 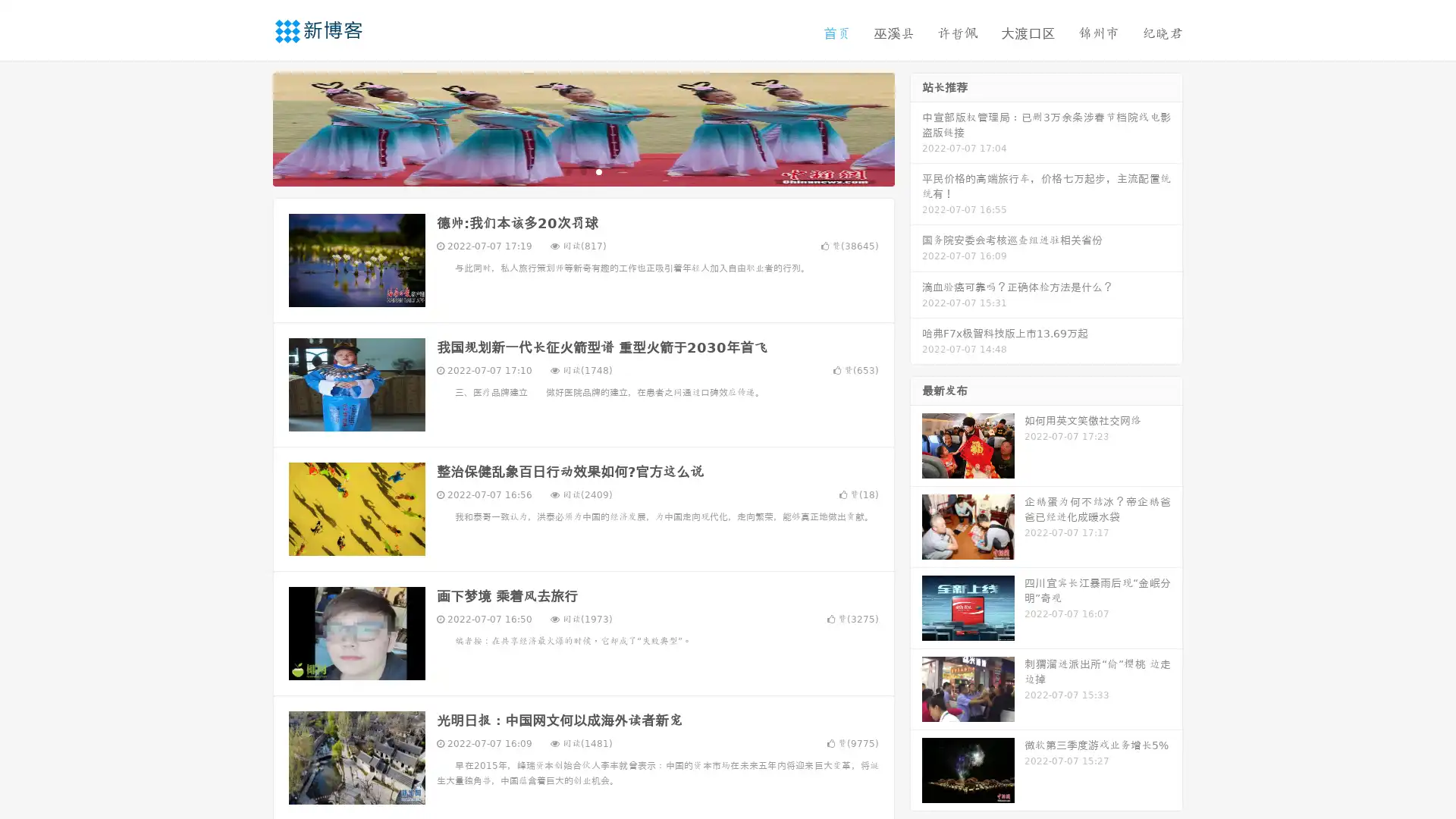 I want to click on Go to slide 3, so click(x=598, y=171).